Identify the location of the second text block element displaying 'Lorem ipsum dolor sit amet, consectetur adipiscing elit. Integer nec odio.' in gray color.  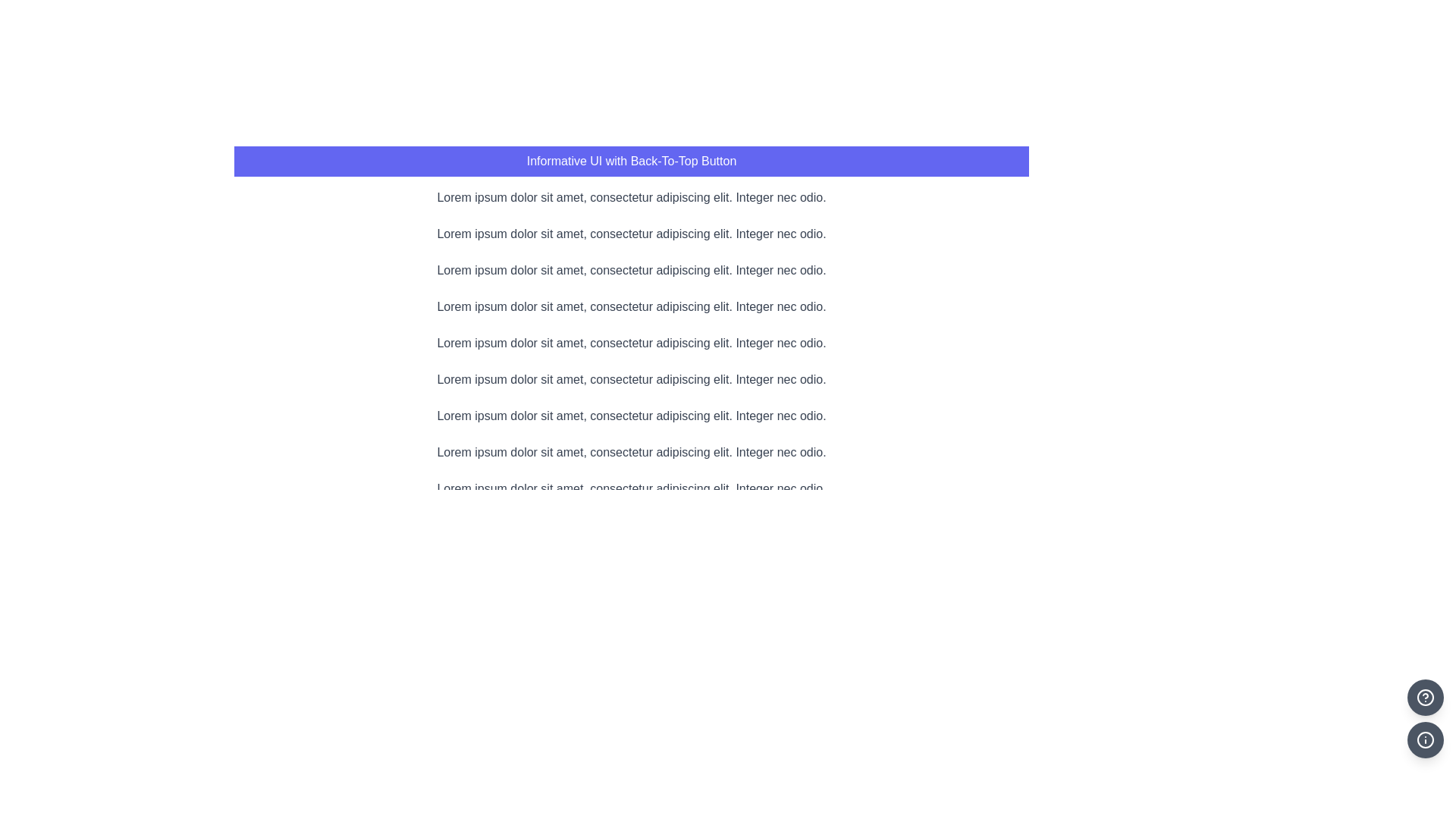
(632, 234).